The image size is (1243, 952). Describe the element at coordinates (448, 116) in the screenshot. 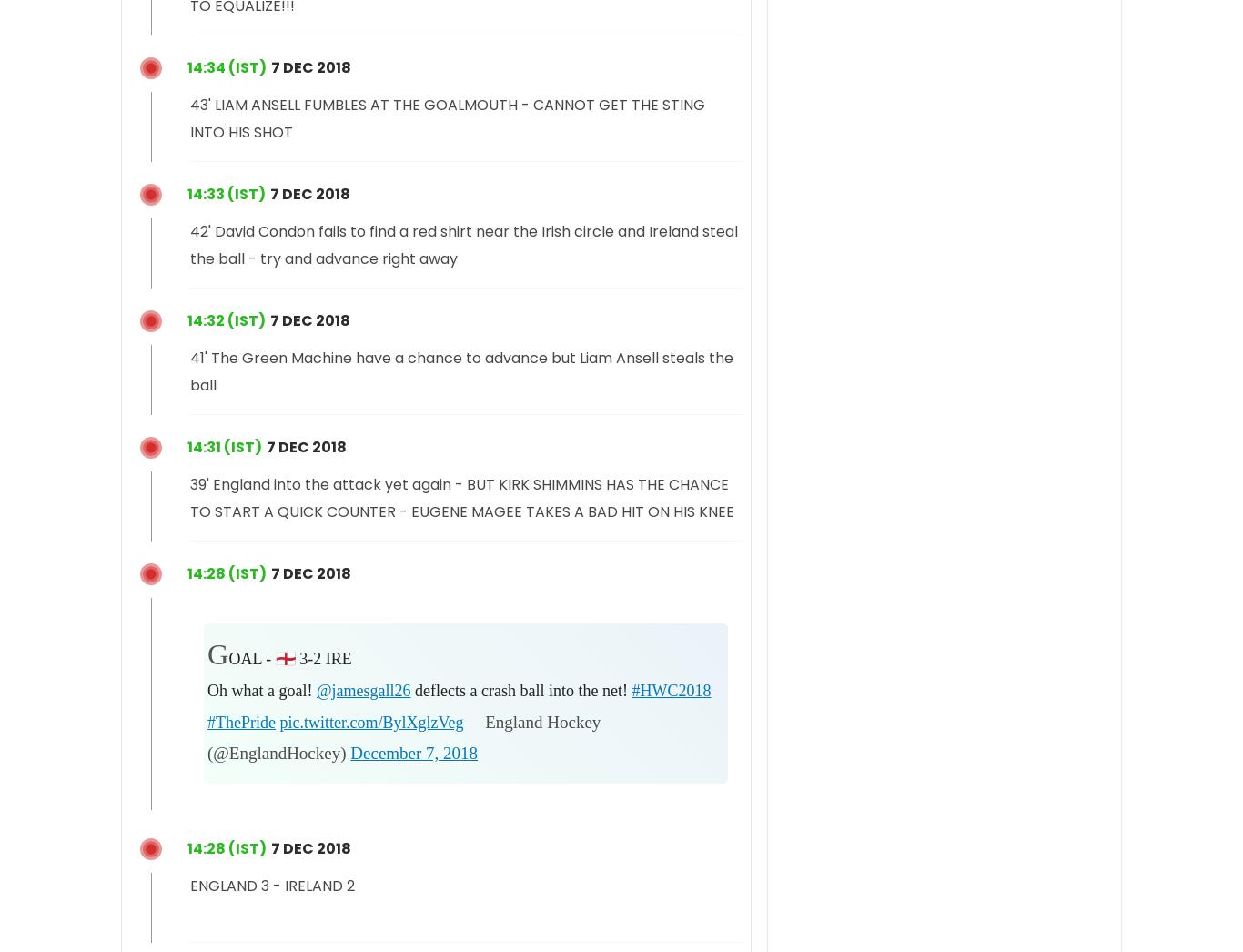

I see `'43' LIAM ANSELL FUMBLES AT THE GOALMOUTH - CANNOT GET THE STING INTO HIS SHOT'` at that location.